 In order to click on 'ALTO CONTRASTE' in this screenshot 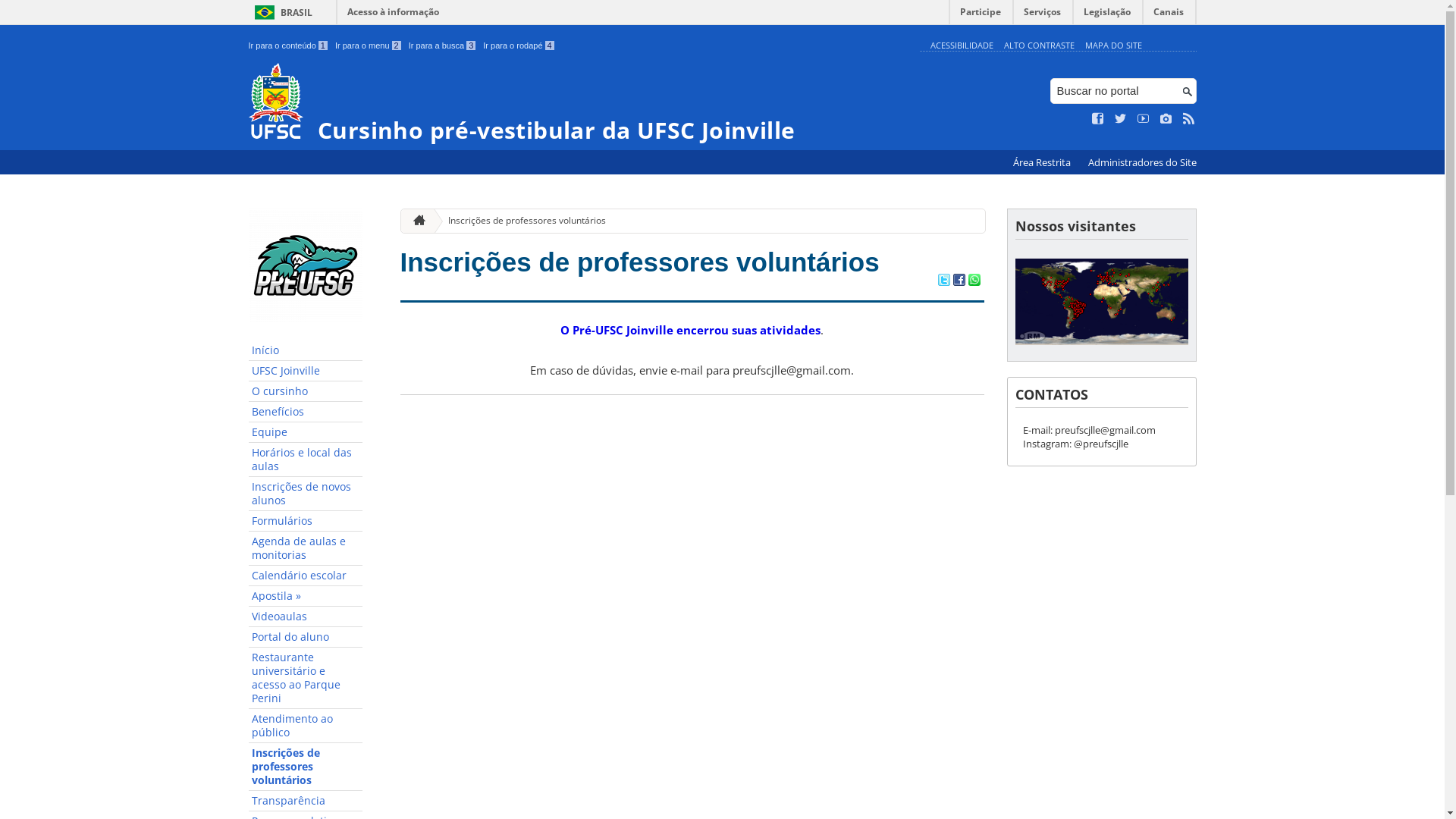, I will do `click(1038, 44)`.